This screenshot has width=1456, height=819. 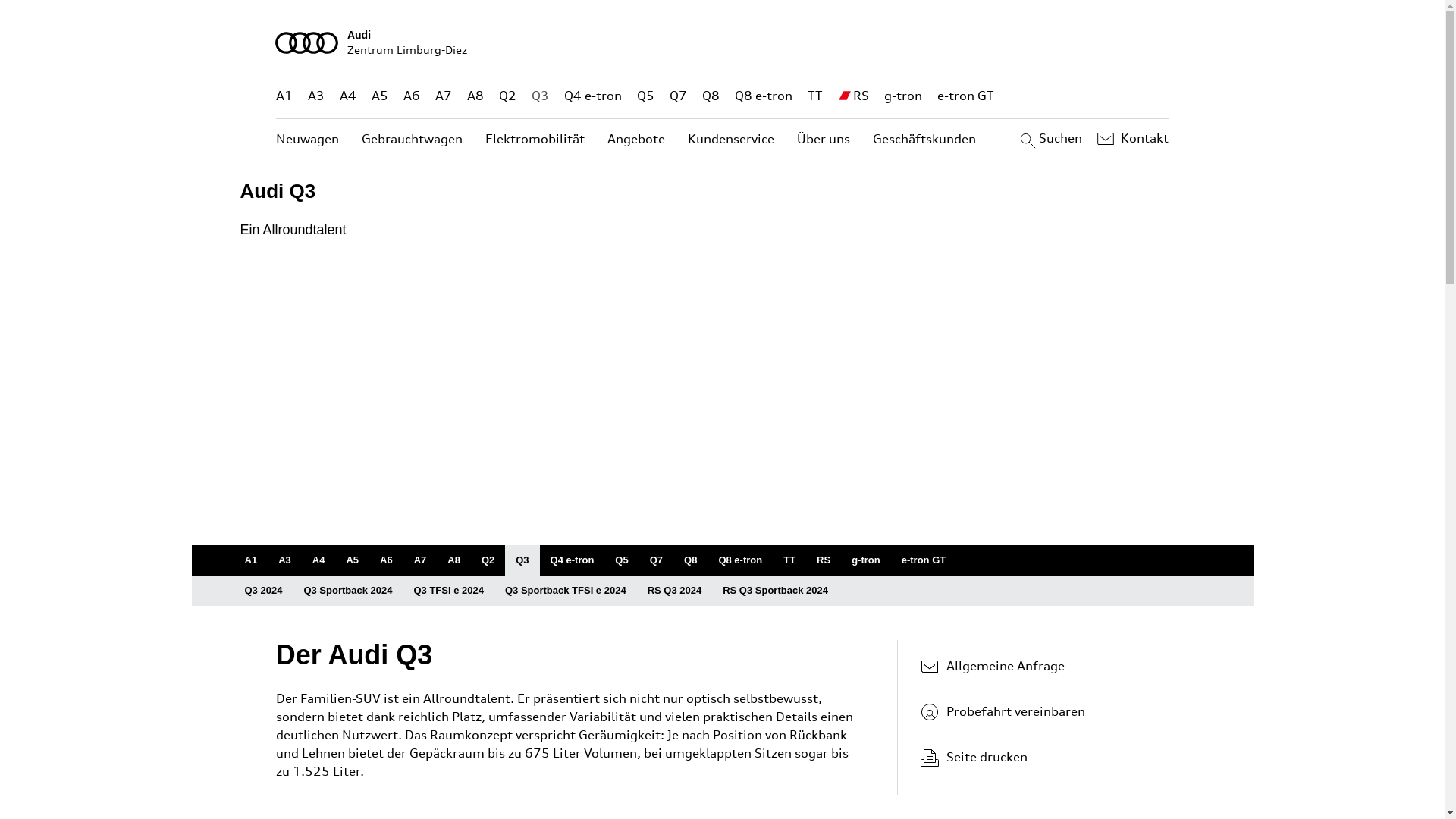 What do you see at coordinates (923, 560) in the screenshot?
I see `'e-tron GT'` at bounding box center [923, 560].